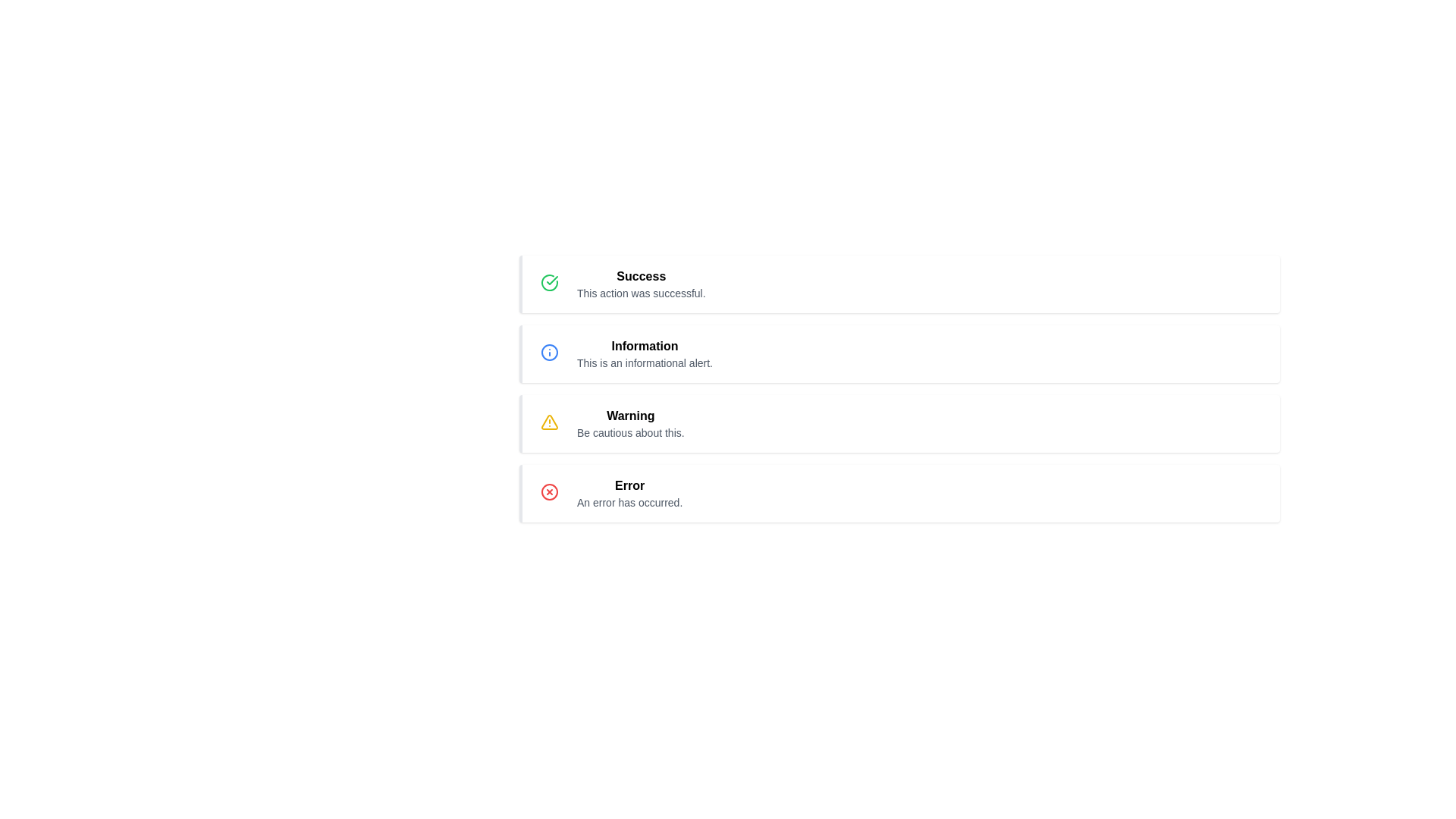 The width and height of the screenshot is (1456, 819). Describe the element at coordinates (548, 283) in the screenshot. I see `the circular green outlined icon with a checkmark inside, located on the left side of the 'Success' alert notification box` at that location.